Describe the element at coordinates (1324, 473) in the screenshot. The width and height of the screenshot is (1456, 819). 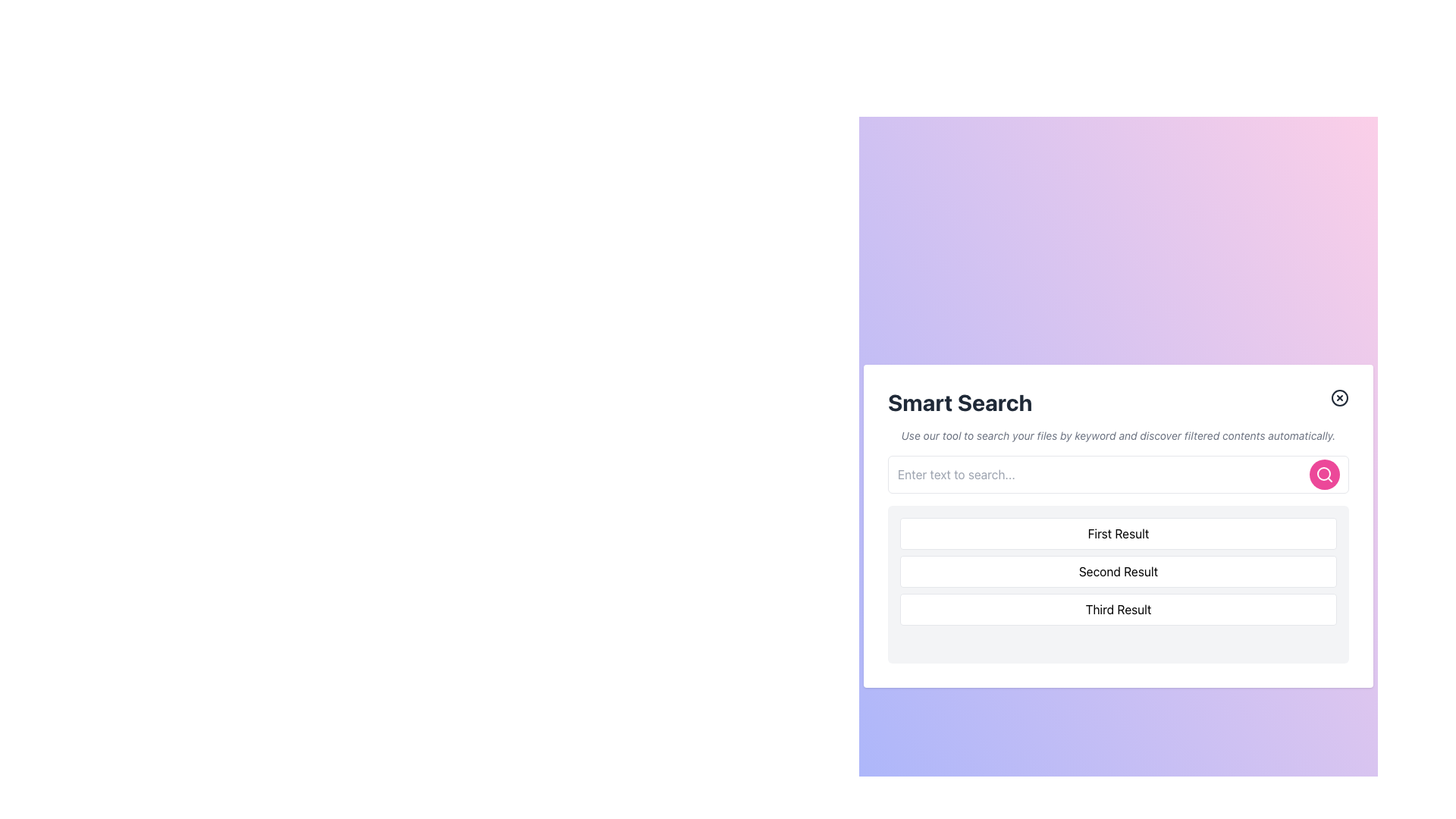
I see `the circular pink button with a magnifying glass icon located next to the text input field` at that location.